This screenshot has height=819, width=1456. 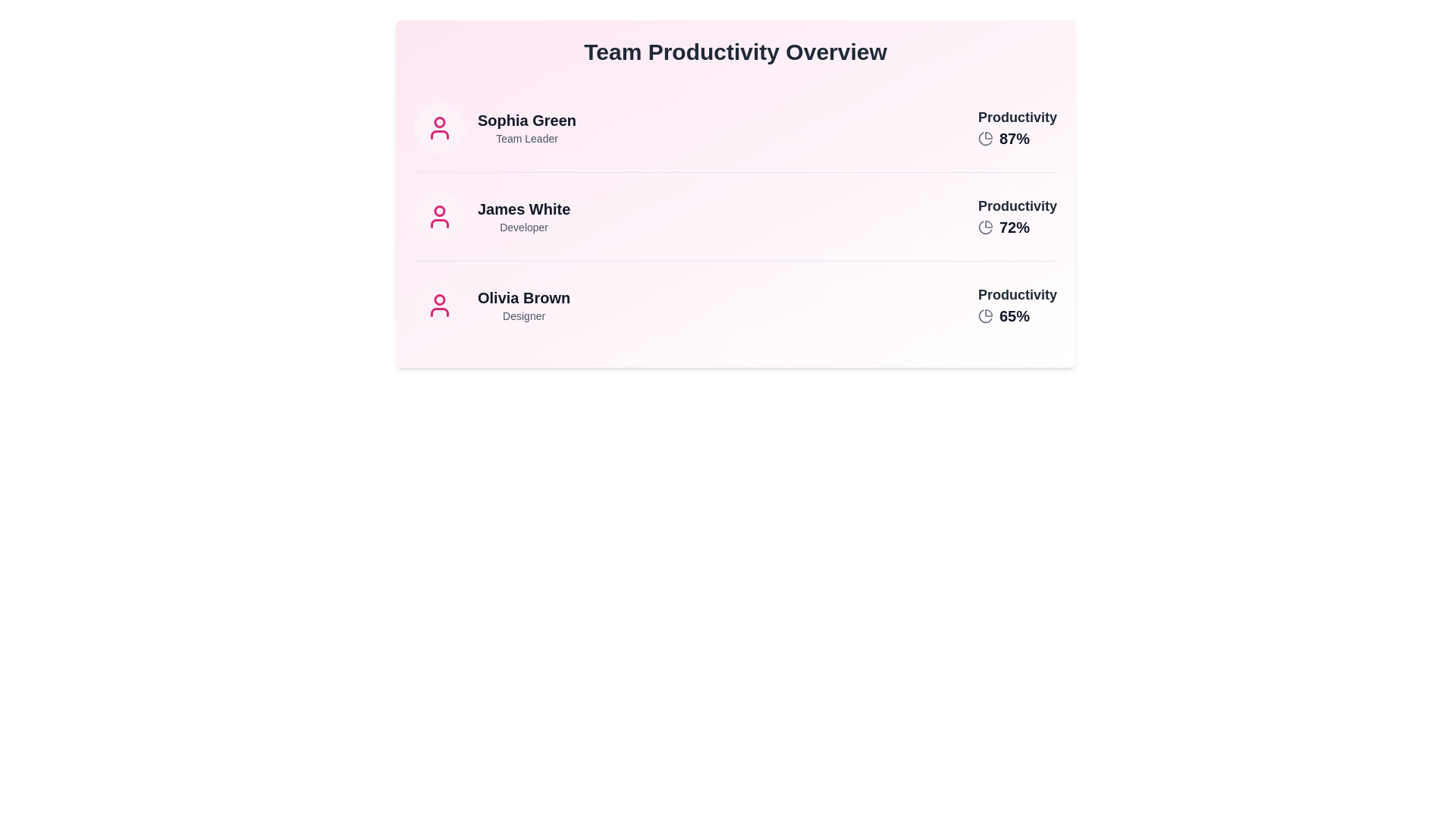 I want to click on the productivity icon represented as a pie chart, located to the left of the '72%' text in the 'James White' productivity row, so click(x=986, y=227).